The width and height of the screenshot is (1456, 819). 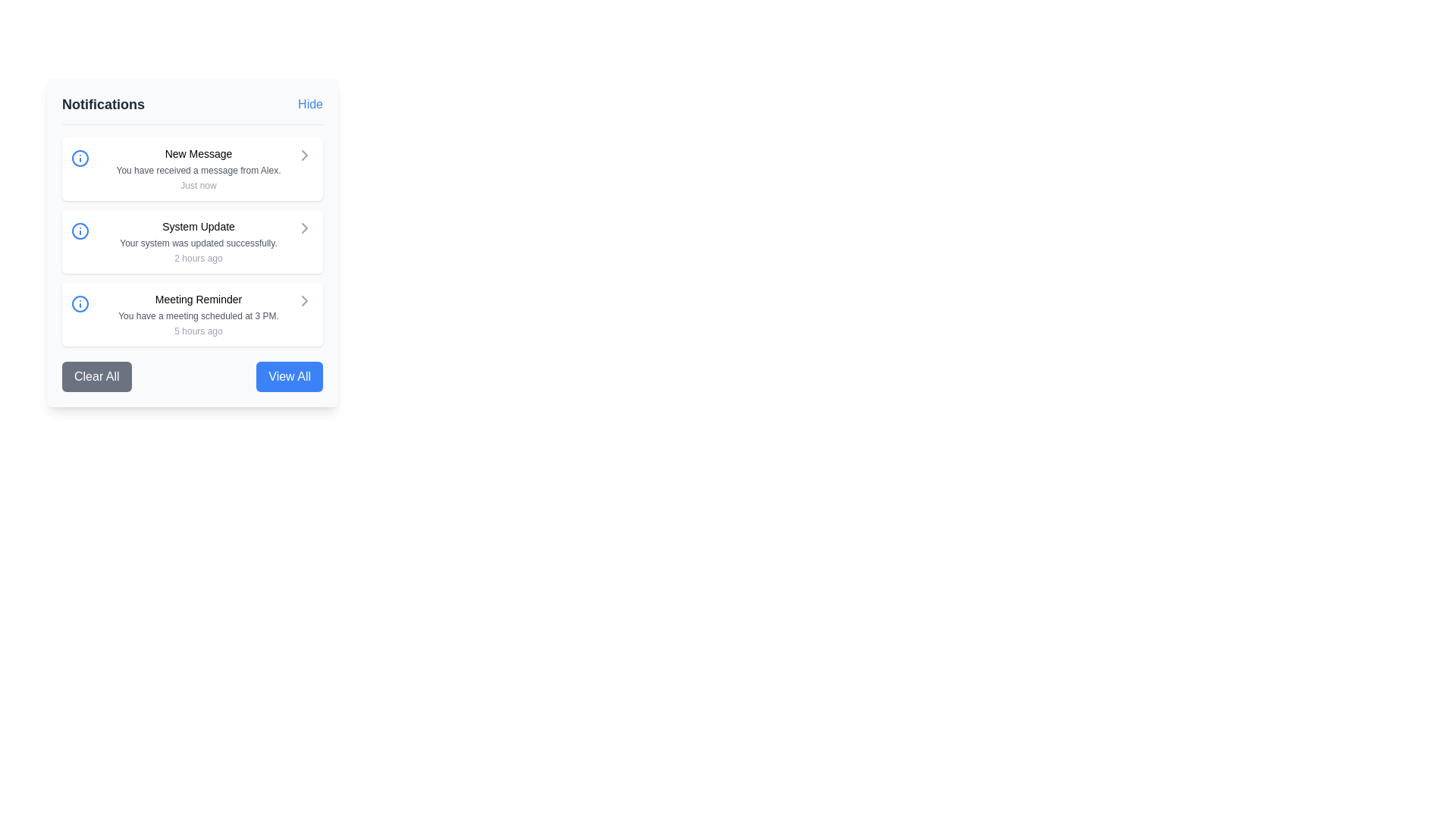 What do you see at coordinates (198, 169) in the screenshot?
I see `notification details of the 'New Message' text layout that includes the title, description, and timestamp` at bounding box center [198, 169].